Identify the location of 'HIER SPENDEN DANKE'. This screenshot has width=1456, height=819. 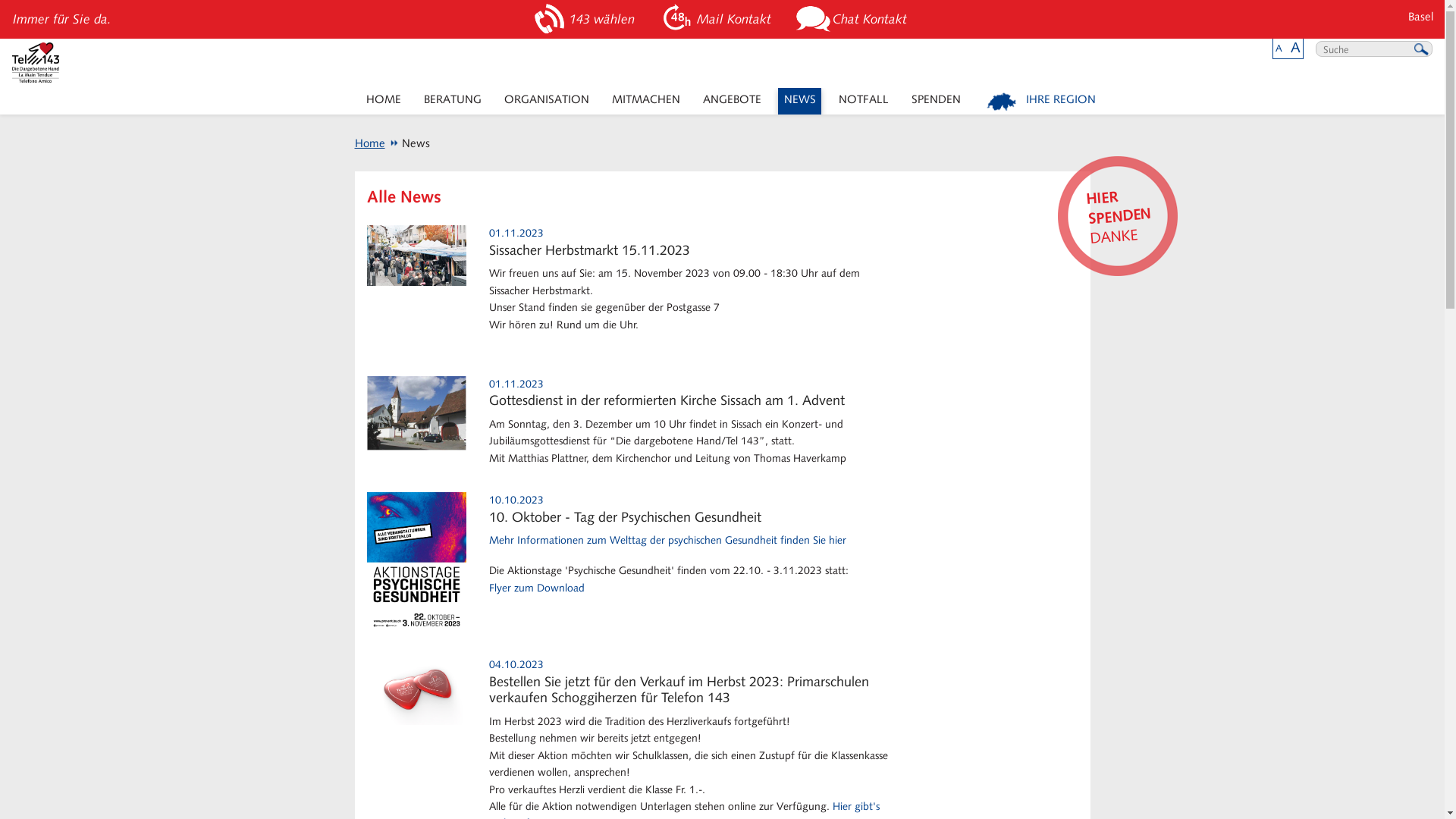
(1113, 212).